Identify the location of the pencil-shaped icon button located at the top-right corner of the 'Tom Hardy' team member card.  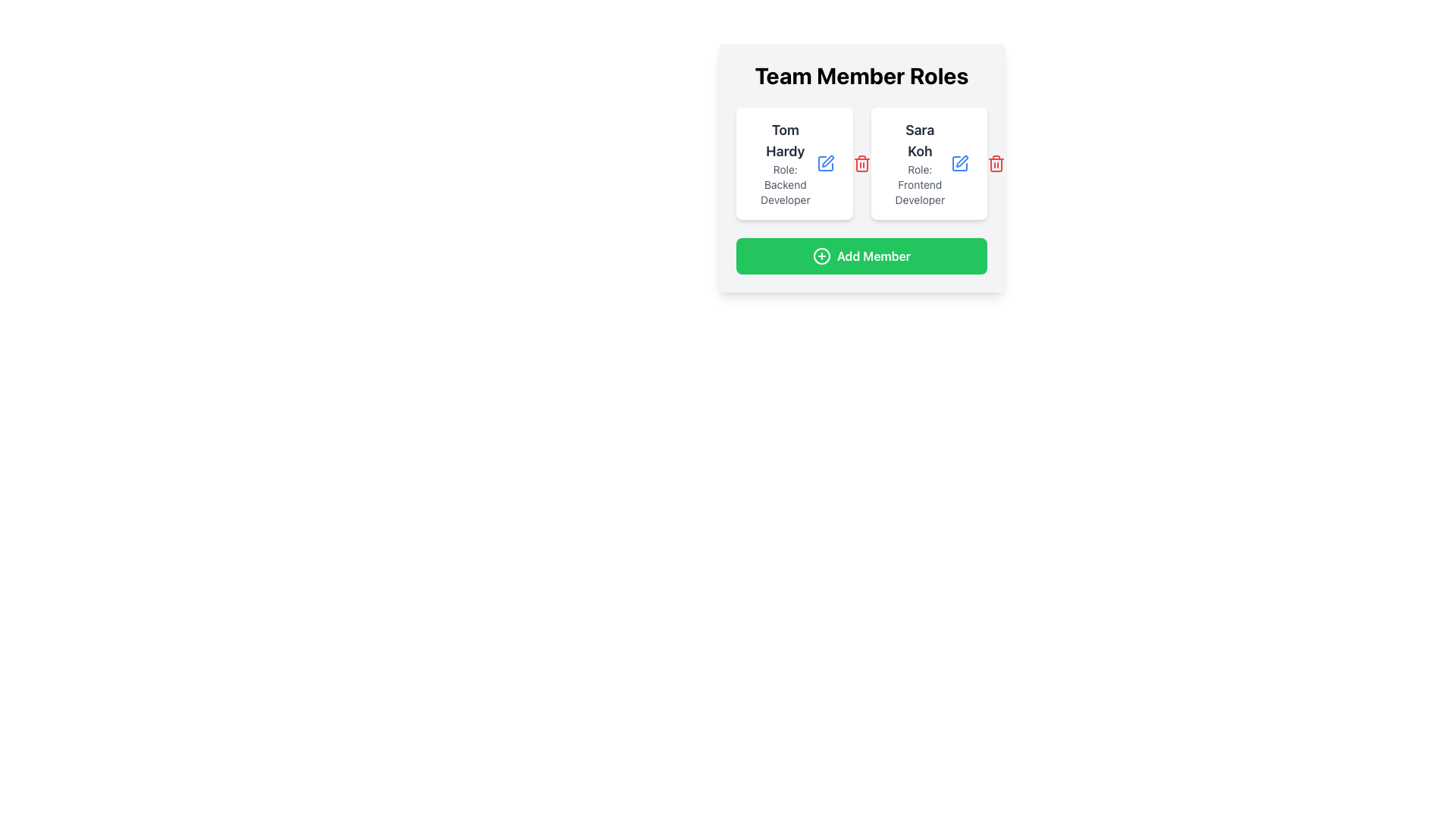
(826, 161).